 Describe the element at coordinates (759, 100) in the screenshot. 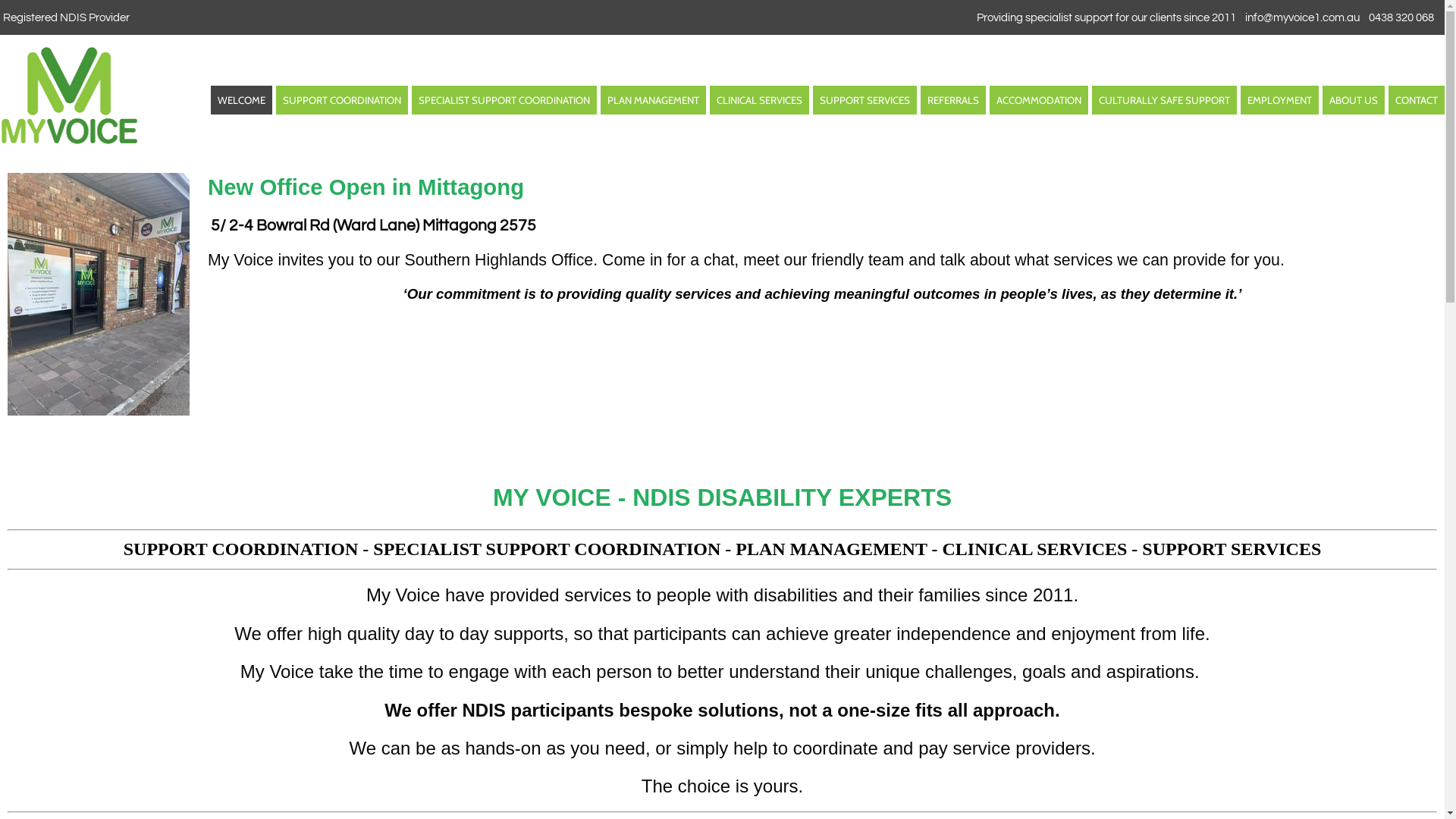

I see `'CLINICAL SERVICES'` at that location.